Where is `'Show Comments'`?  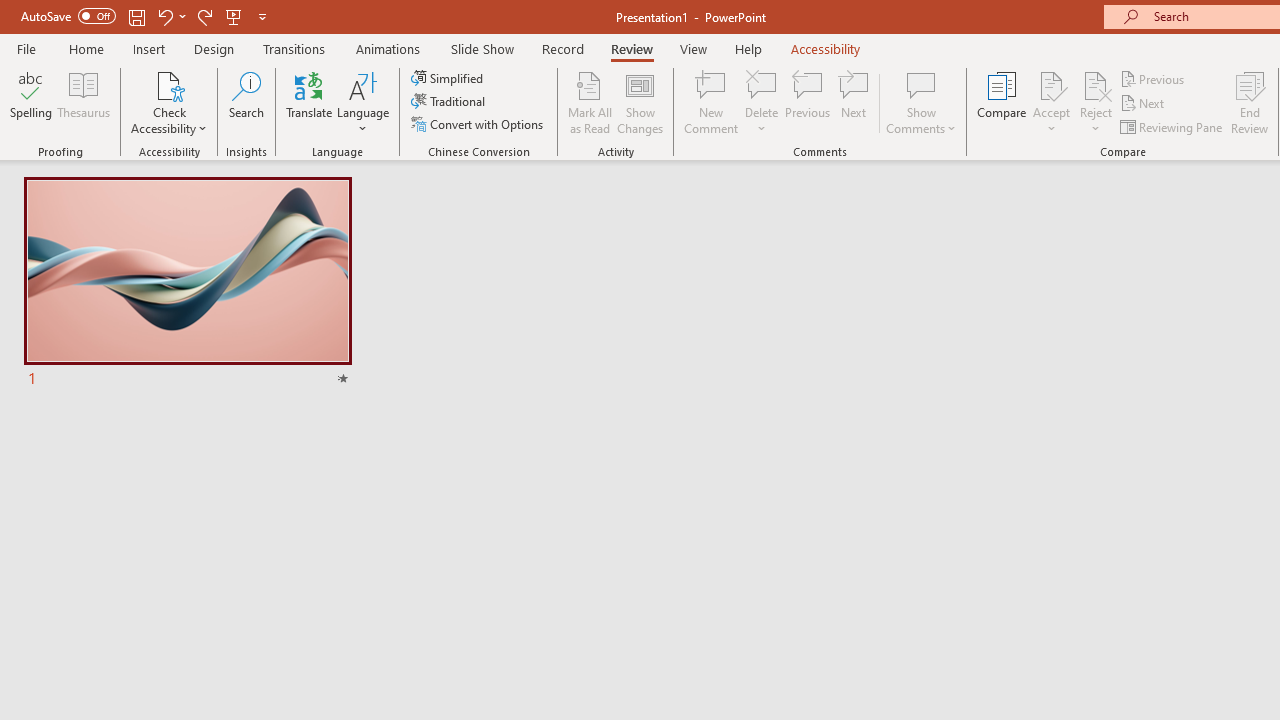
'Show Comments' is located at coordinates (920, 84).